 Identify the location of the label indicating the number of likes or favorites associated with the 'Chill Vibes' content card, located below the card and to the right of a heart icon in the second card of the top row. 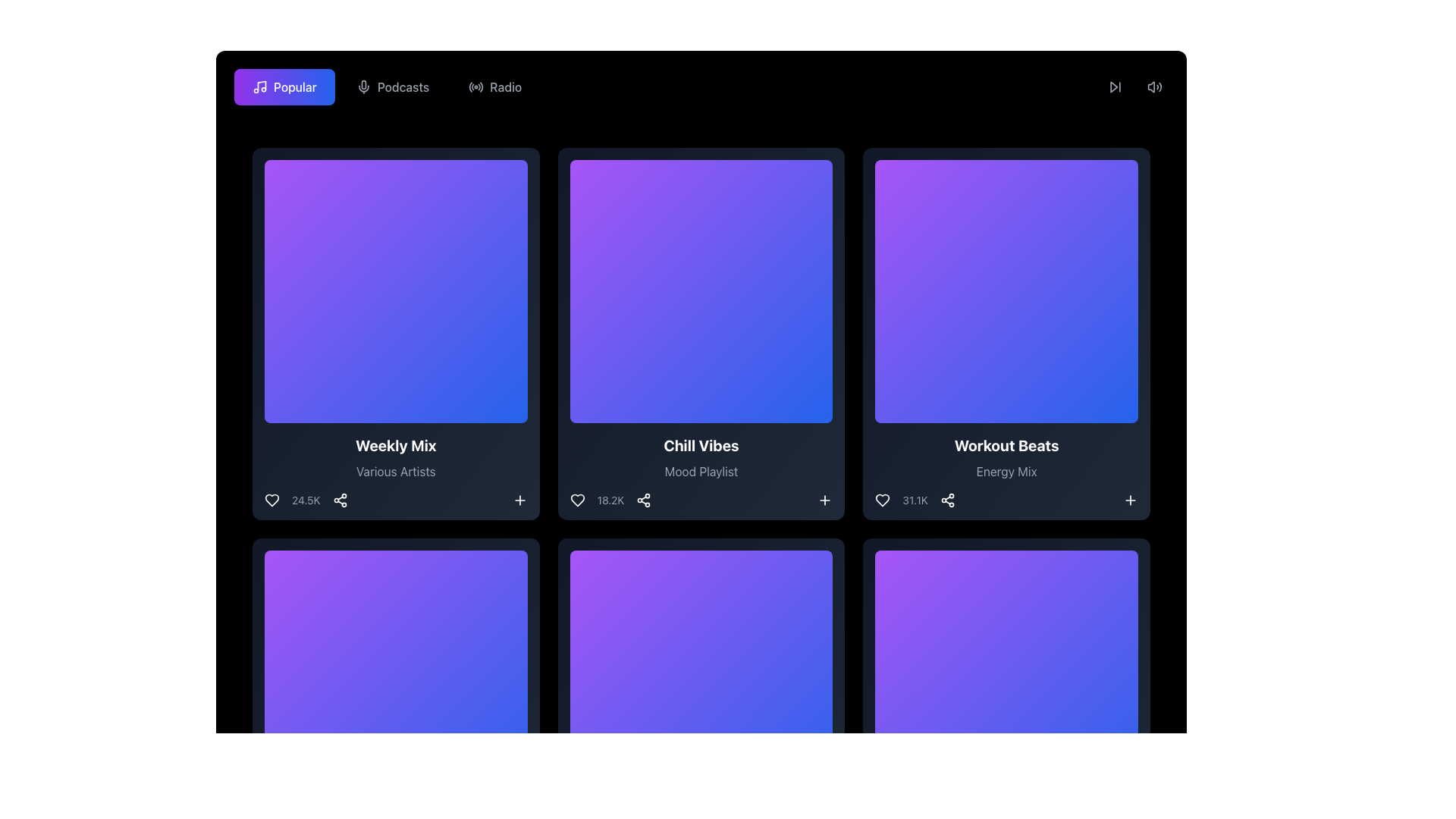
(610, 500).